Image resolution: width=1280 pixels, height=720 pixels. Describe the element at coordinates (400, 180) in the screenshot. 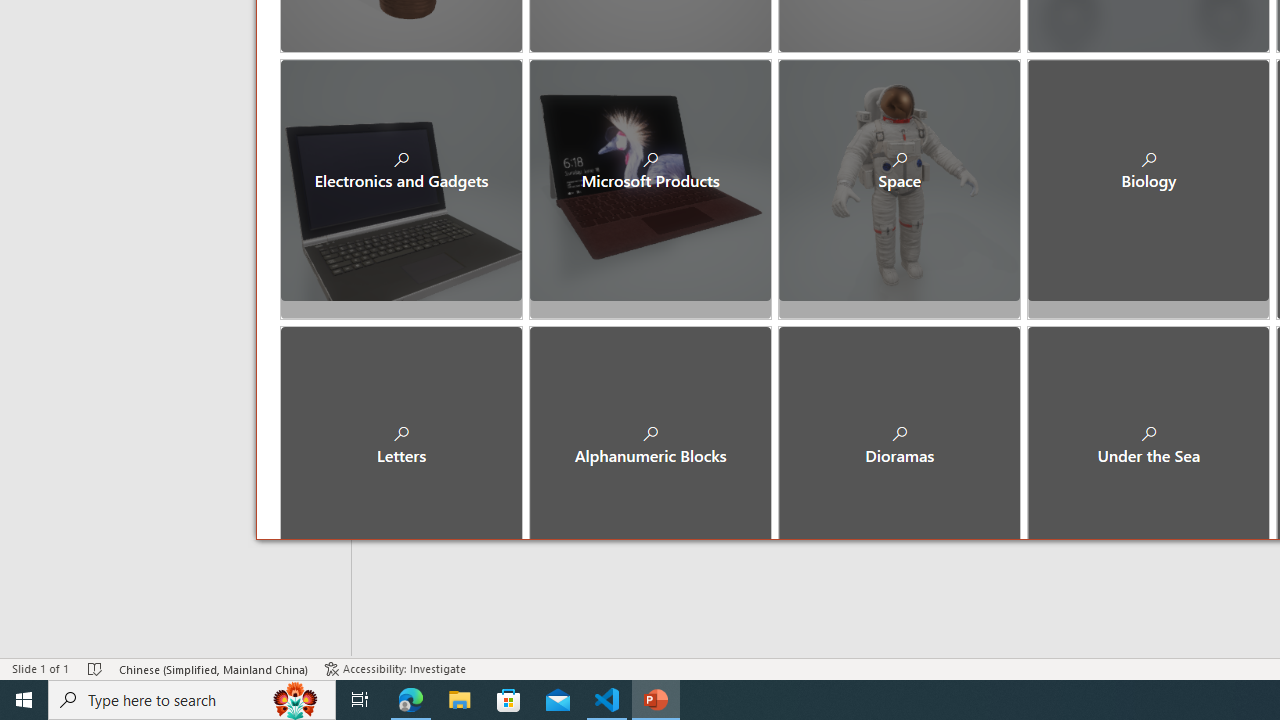

I see `'Electronics and Gadgets'` at that location.